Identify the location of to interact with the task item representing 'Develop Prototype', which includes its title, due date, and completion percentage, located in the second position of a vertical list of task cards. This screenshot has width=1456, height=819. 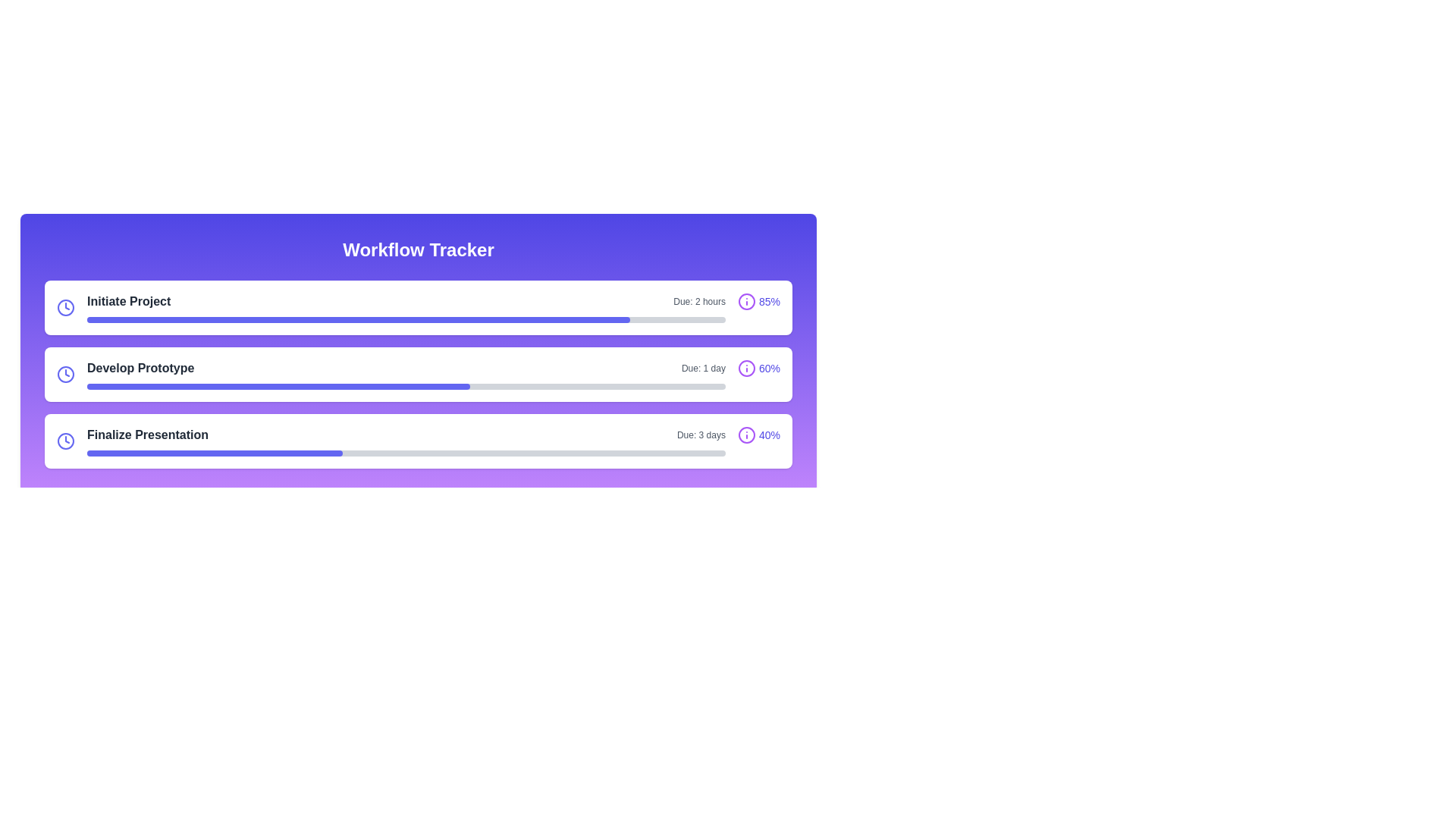
(419, 374).